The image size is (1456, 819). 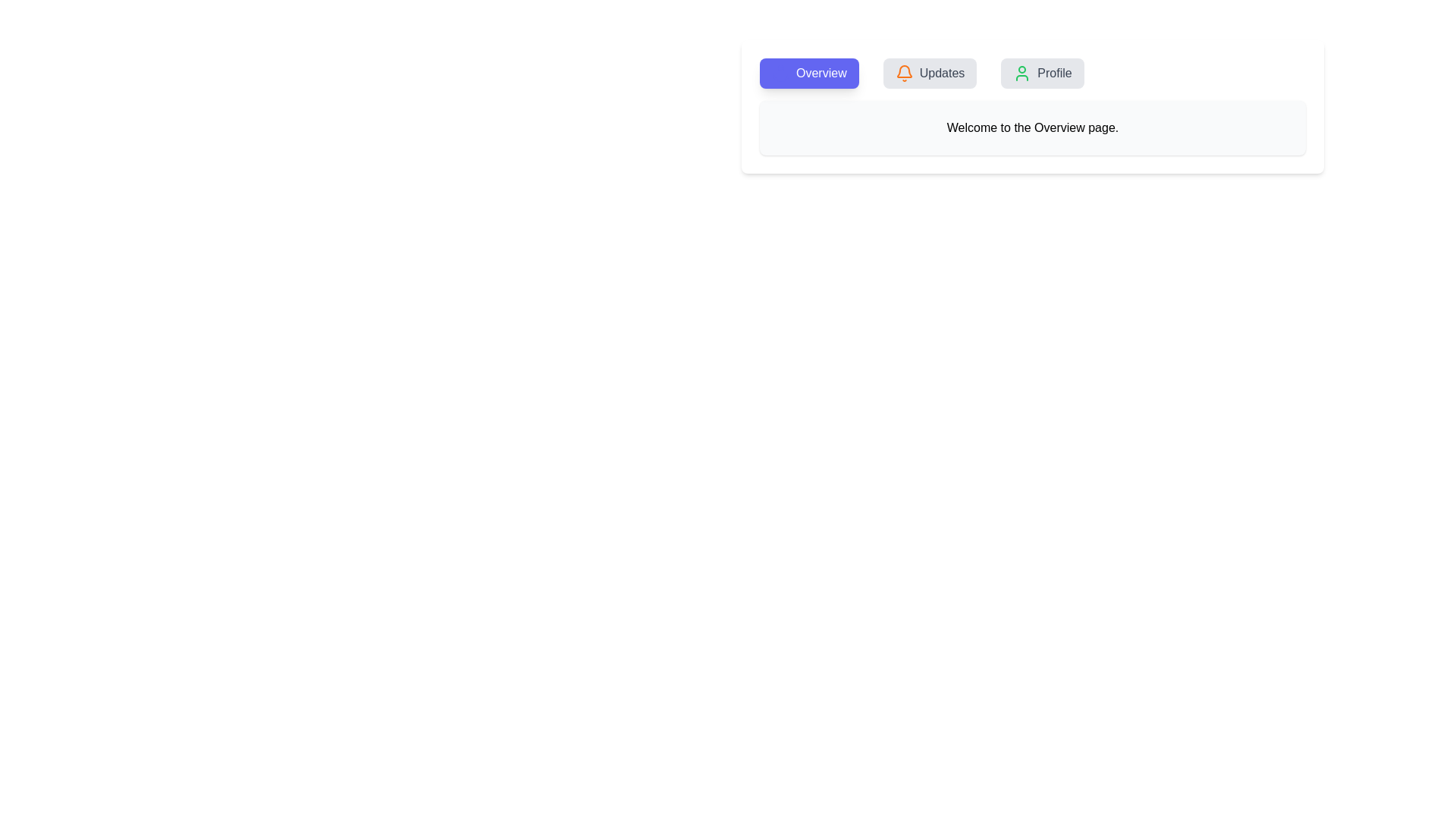 What do you see at coordinates (929, 73) in the screenshot?
I see `the Updates tab by clicking on it` at bounding box center [929, 73].